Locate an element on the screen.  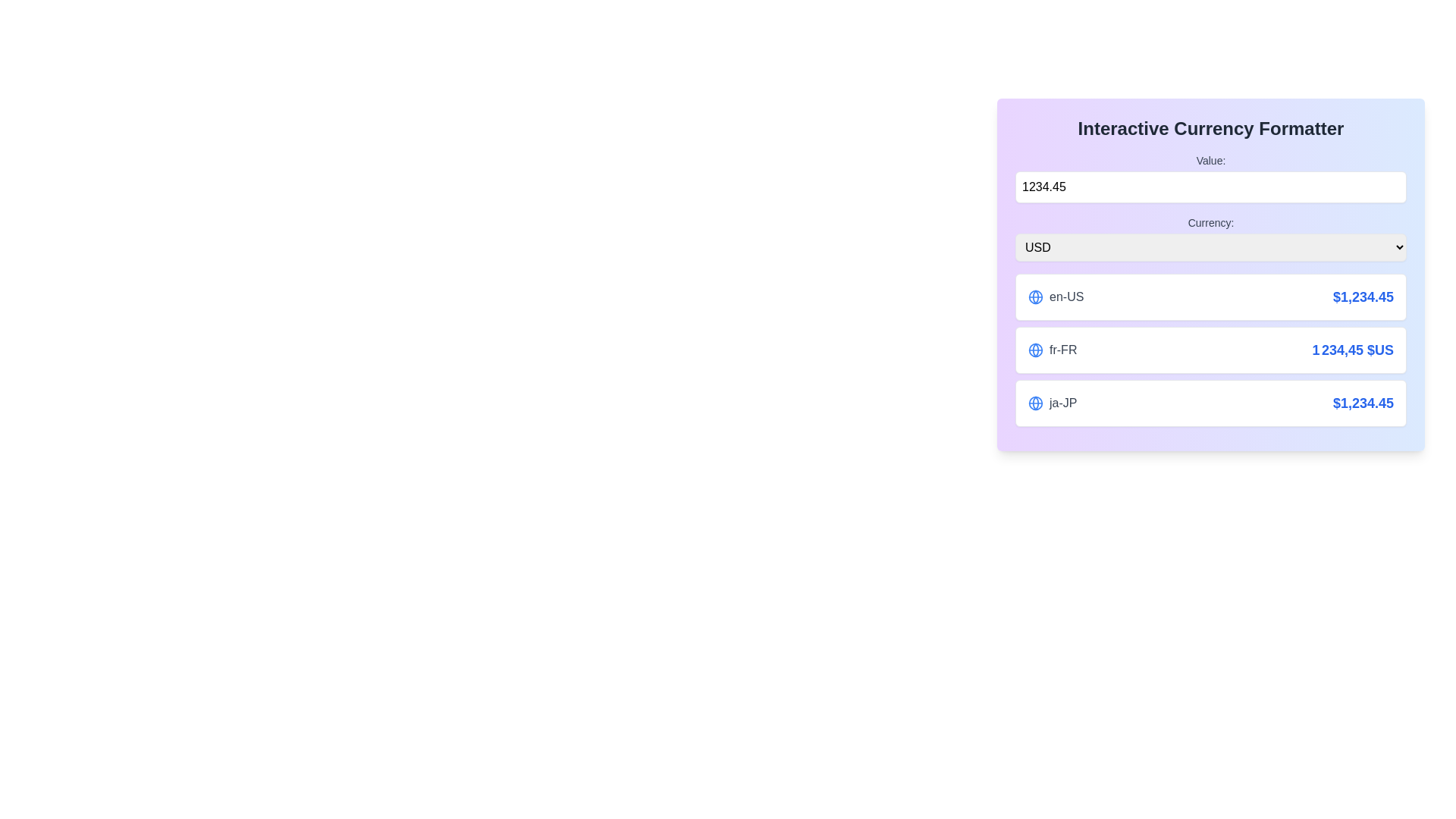
an option from the dropdown menu for changing the currency setting in the 'Interactive Currency Formatter' widget is located at coordinates (1210, 238).